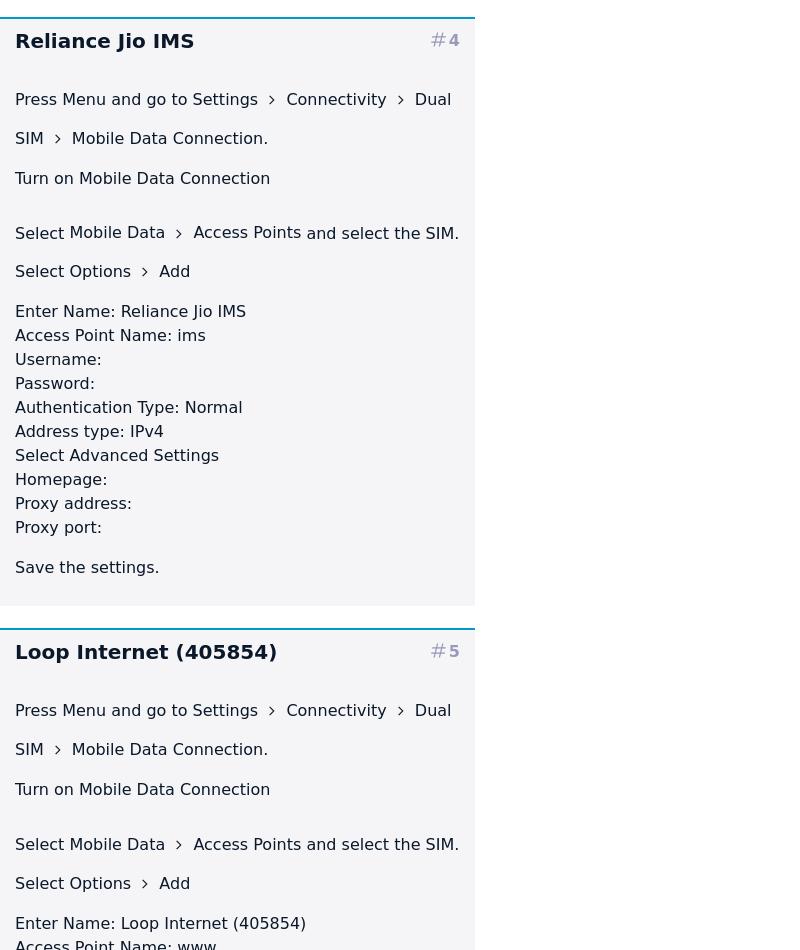 The width and height of the screenshot is (800, 950). Describe the element at coordinates (86, 567) in the screenshot. I see `'Save the settings.'` at that location.